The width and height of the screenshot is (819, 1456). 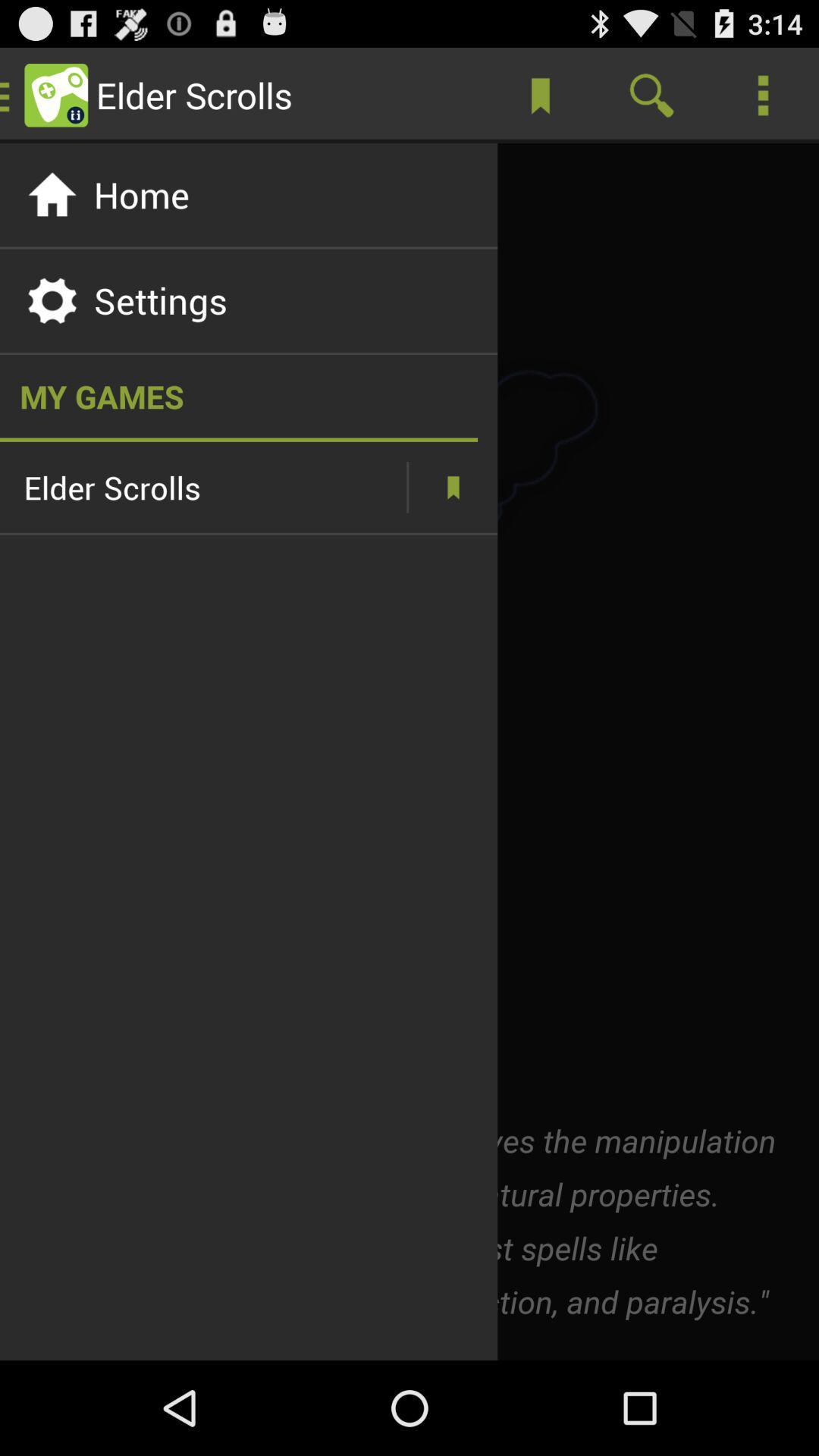 What do you see at coordinates (452, 487) in the screenshot?
I see `bookmarks` at bounding box center [452, 487].